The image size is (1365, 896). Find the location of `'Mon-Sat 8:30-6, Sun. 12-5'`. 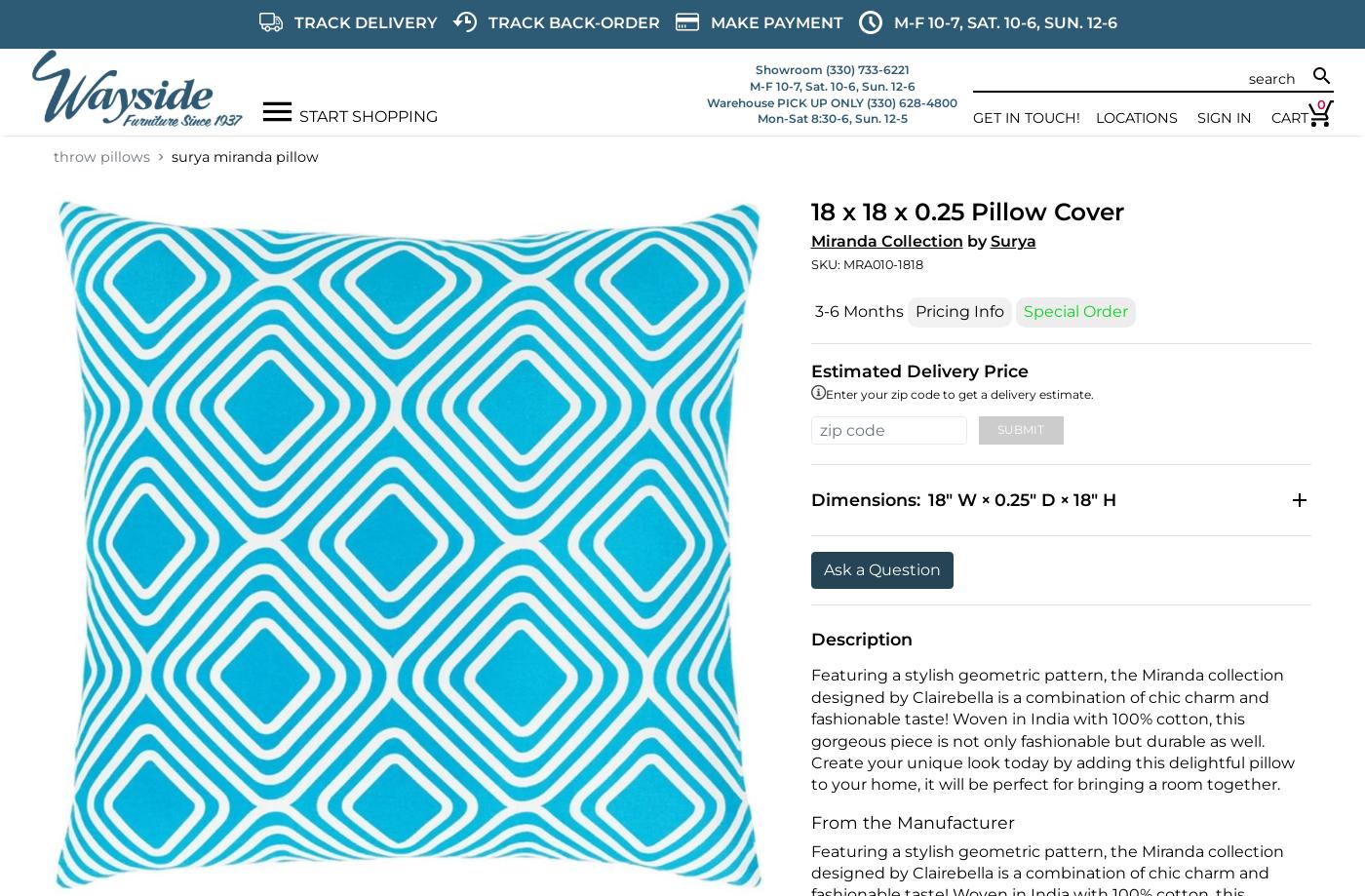

'Mon-Sat 8:30-6, Sun. 12-5' is located at coordinates (832, 117).